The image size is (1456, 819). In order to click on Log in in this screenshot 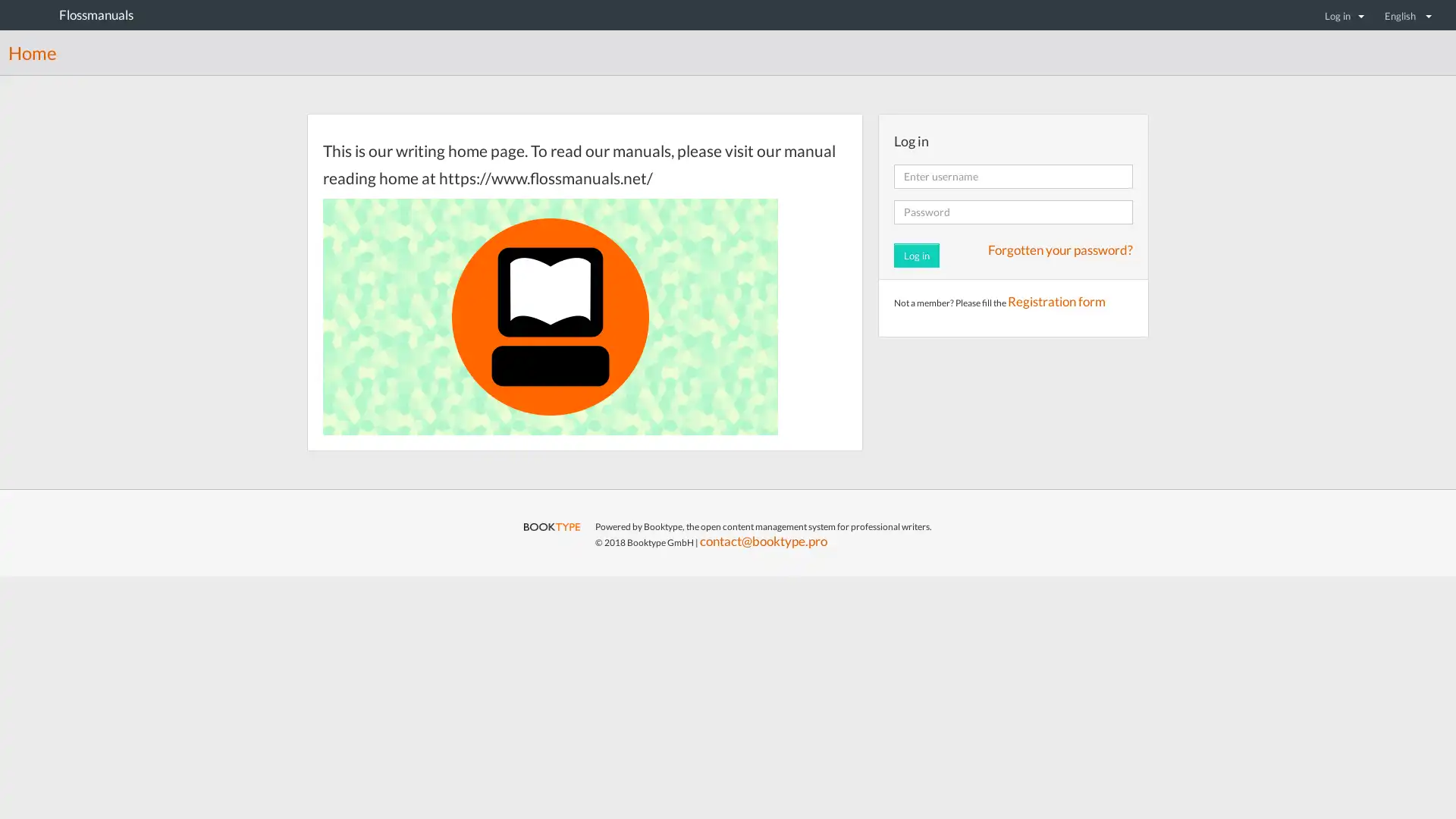, I will do `click(1344, 15)`.